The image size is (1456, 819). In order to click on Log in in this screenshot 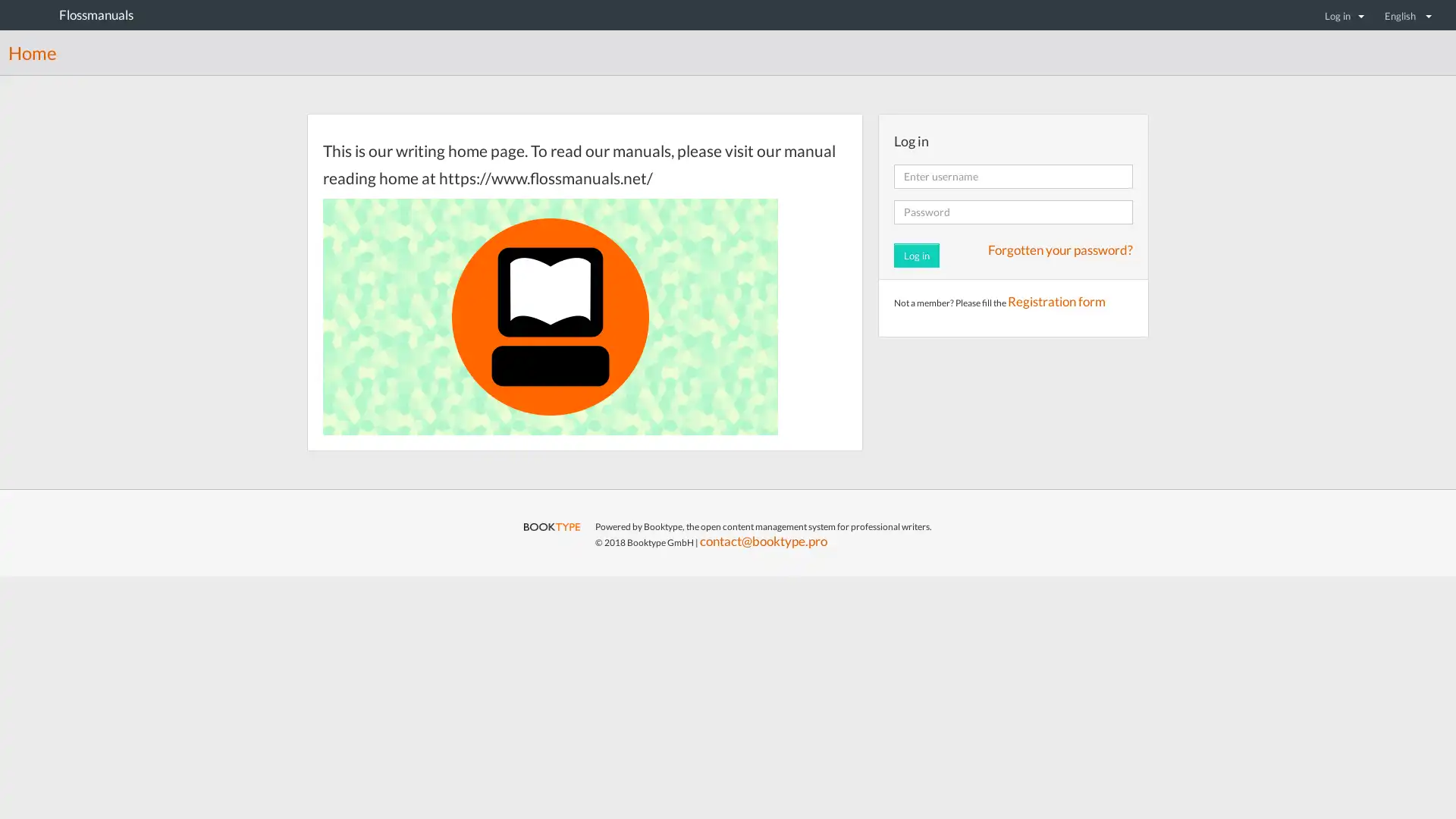, I will do `click(1344, 15)`.